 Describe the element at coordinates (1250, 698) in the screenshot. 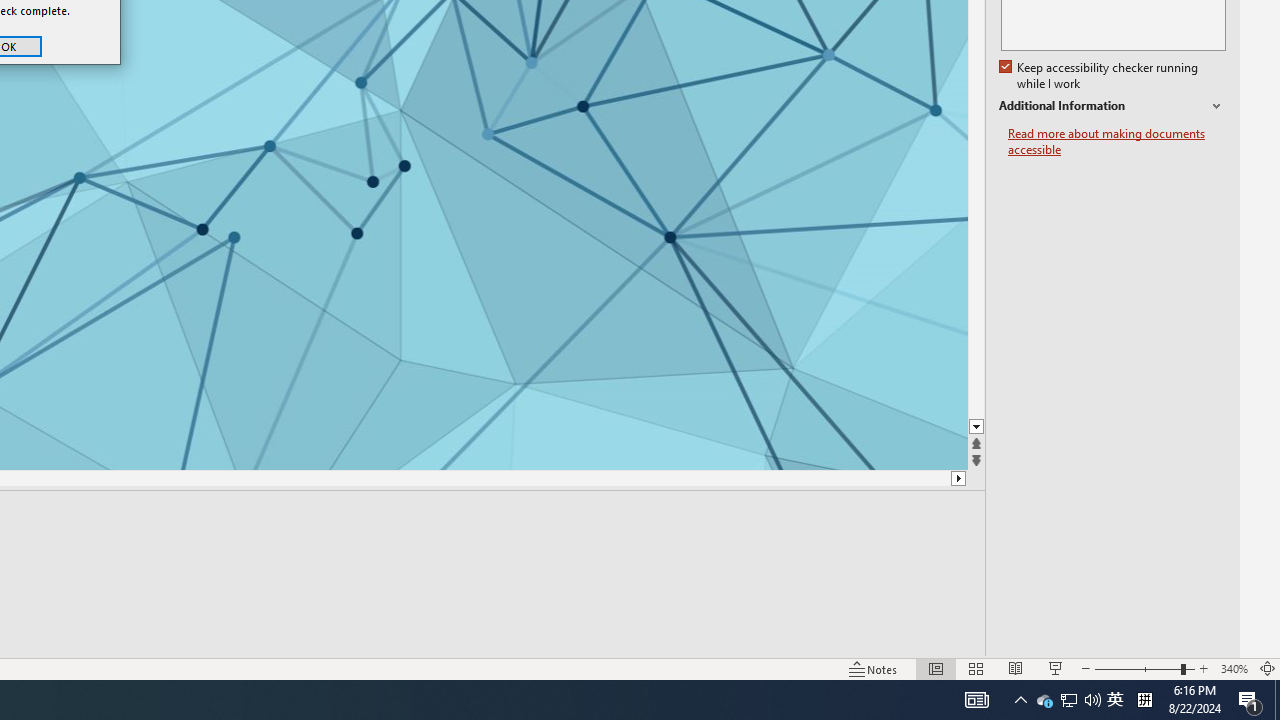

I see `'Action Center, 1 new notification'` at that location.